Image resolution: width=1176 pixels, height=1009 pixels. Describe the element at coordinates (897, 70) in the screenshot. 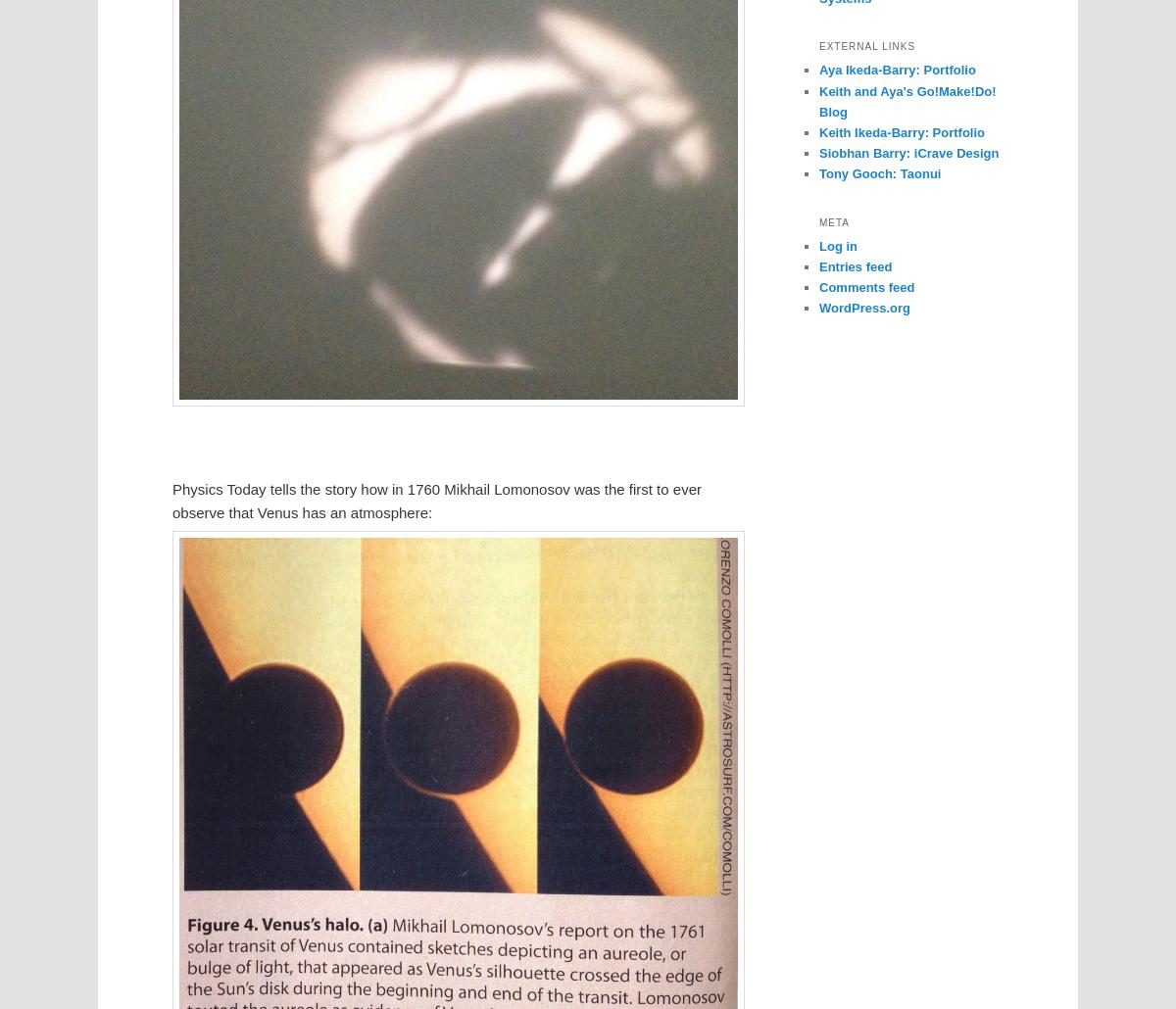

I see `'Aya Ikeda-Barry: Portfolio'` at that location.